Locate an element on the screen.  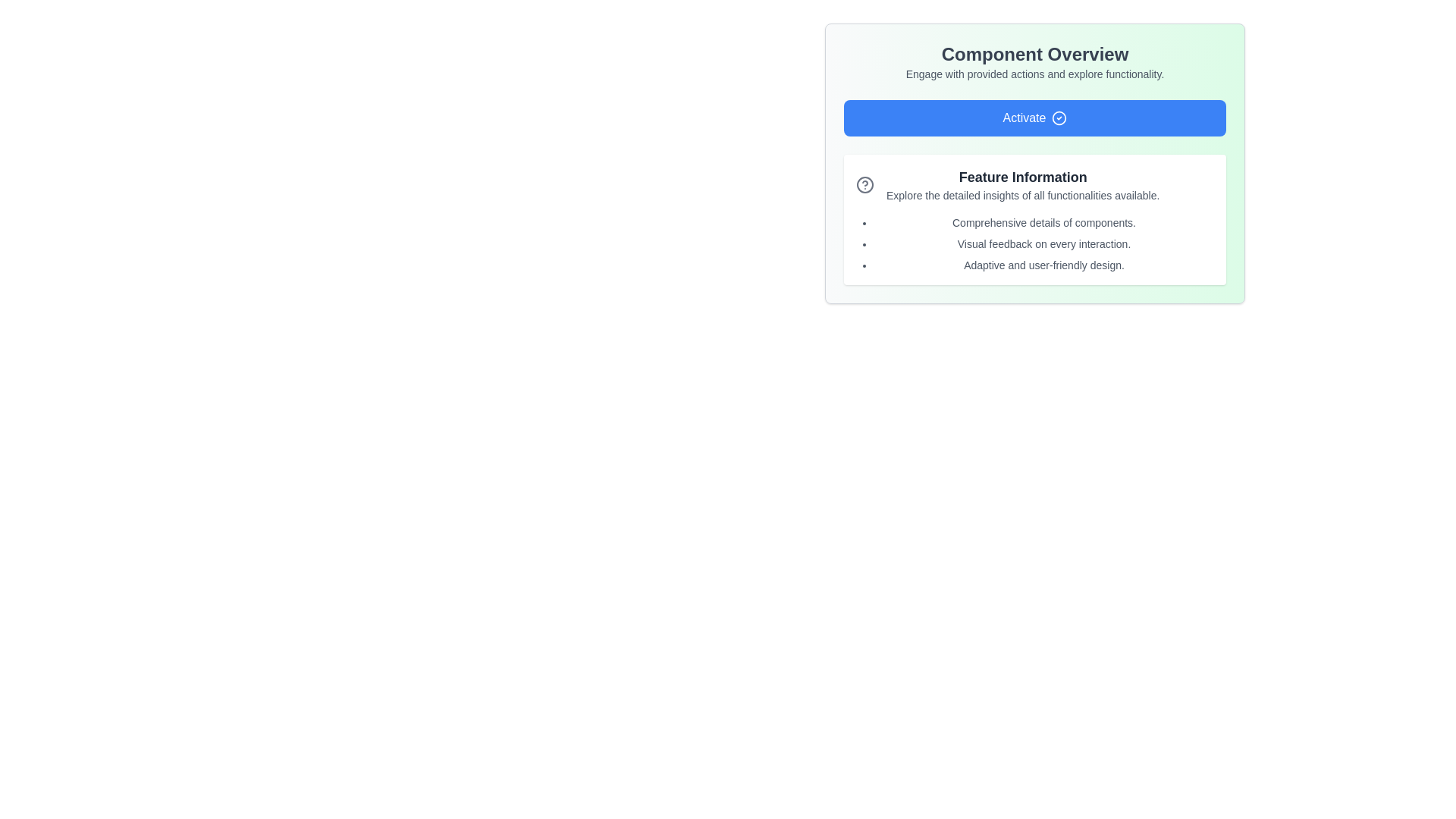
the text block that displays 'Feature Information' and its subtitle 'Explore the detailed insights of all functionalities available.' This text block is located within the 'Component Overview' card, positioned below the 'Activate' button and above a list of bullet points is located at coordinates (1023, 184).